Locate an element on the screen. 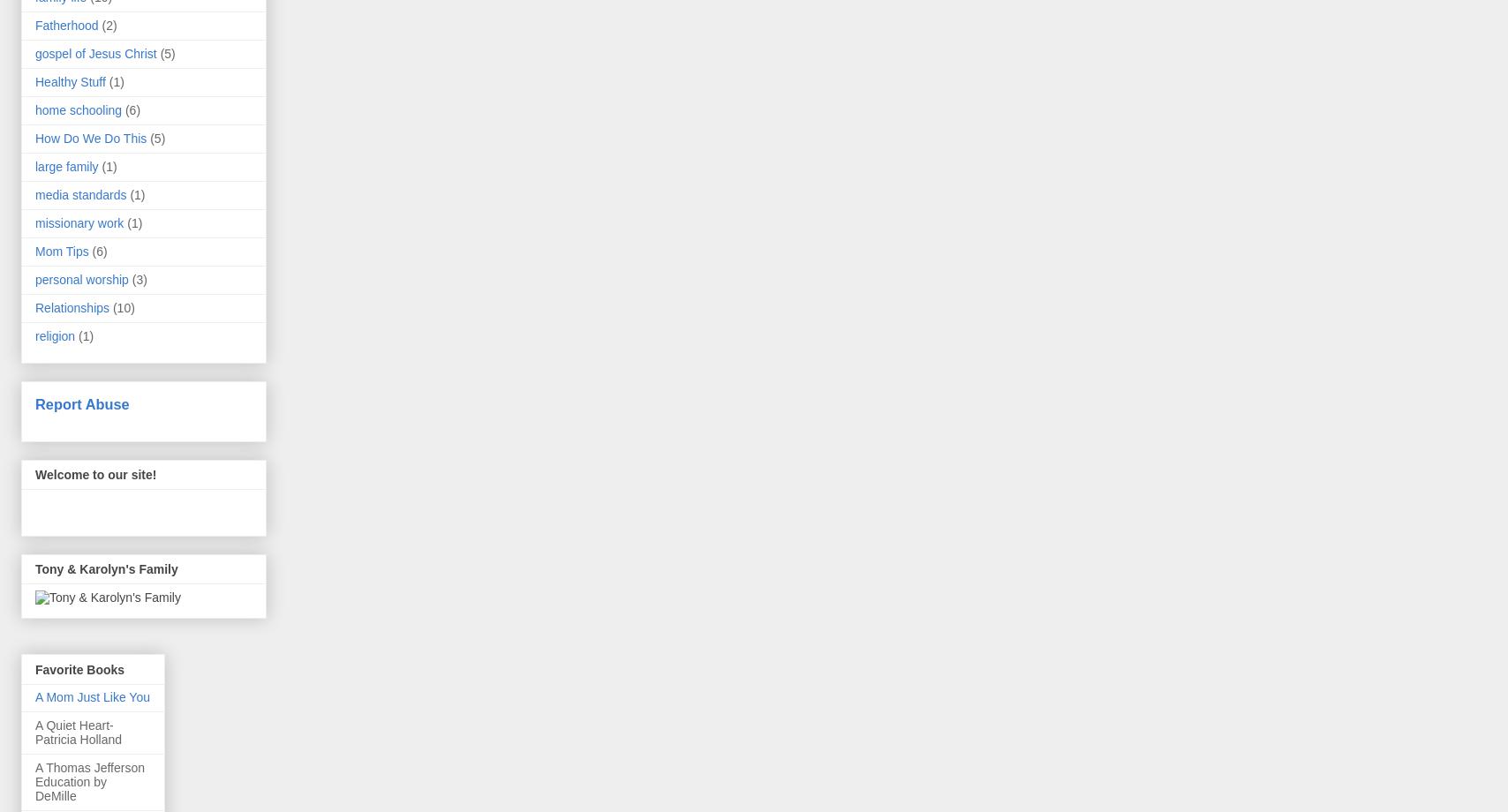 The width and height of the screenshot is (1508, 812). 'Tony & Karolyn's Family' is located at coordinates (105, 568).